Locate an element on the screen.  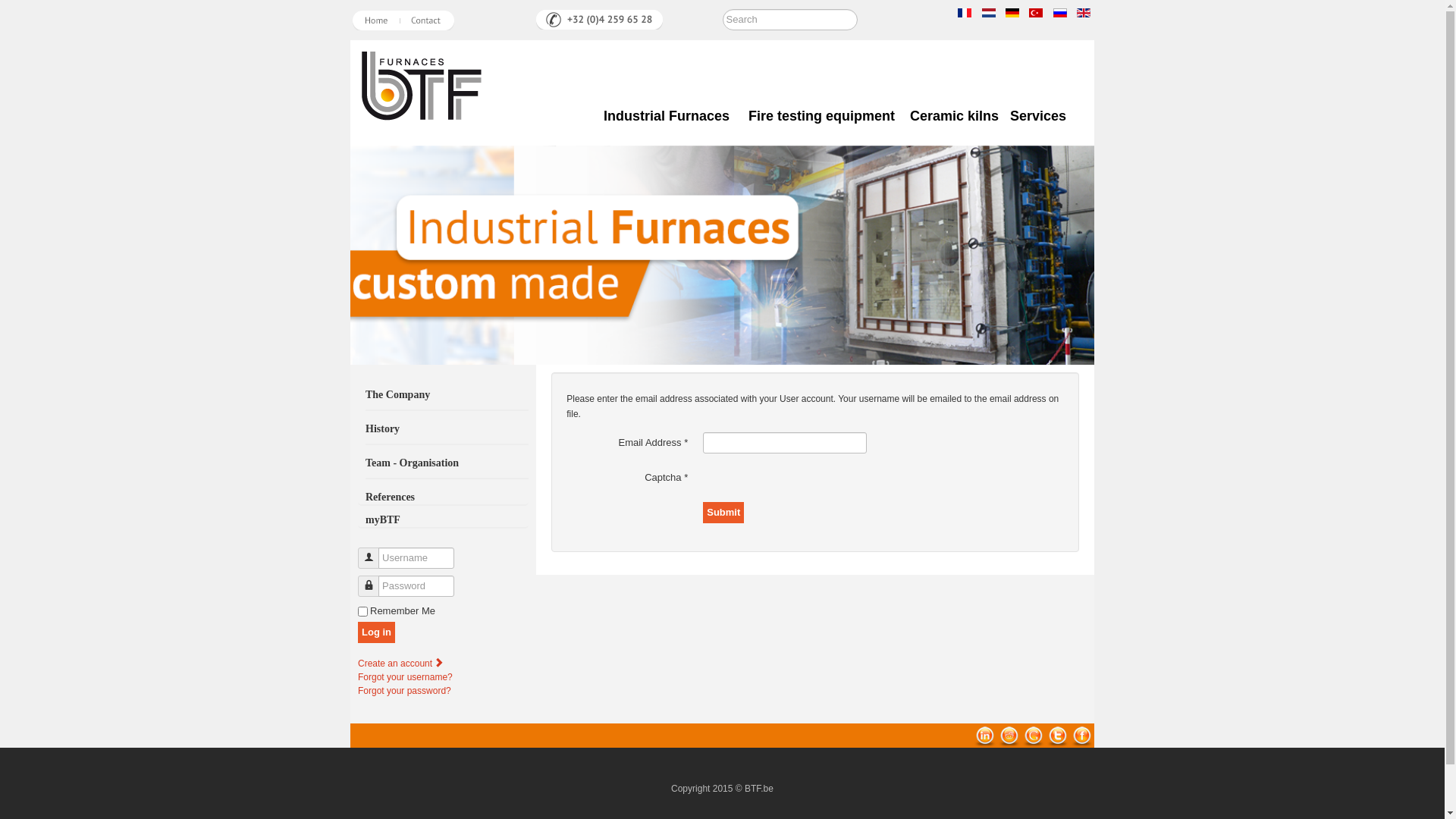
'Francais' is located at coordinates (956, 12).